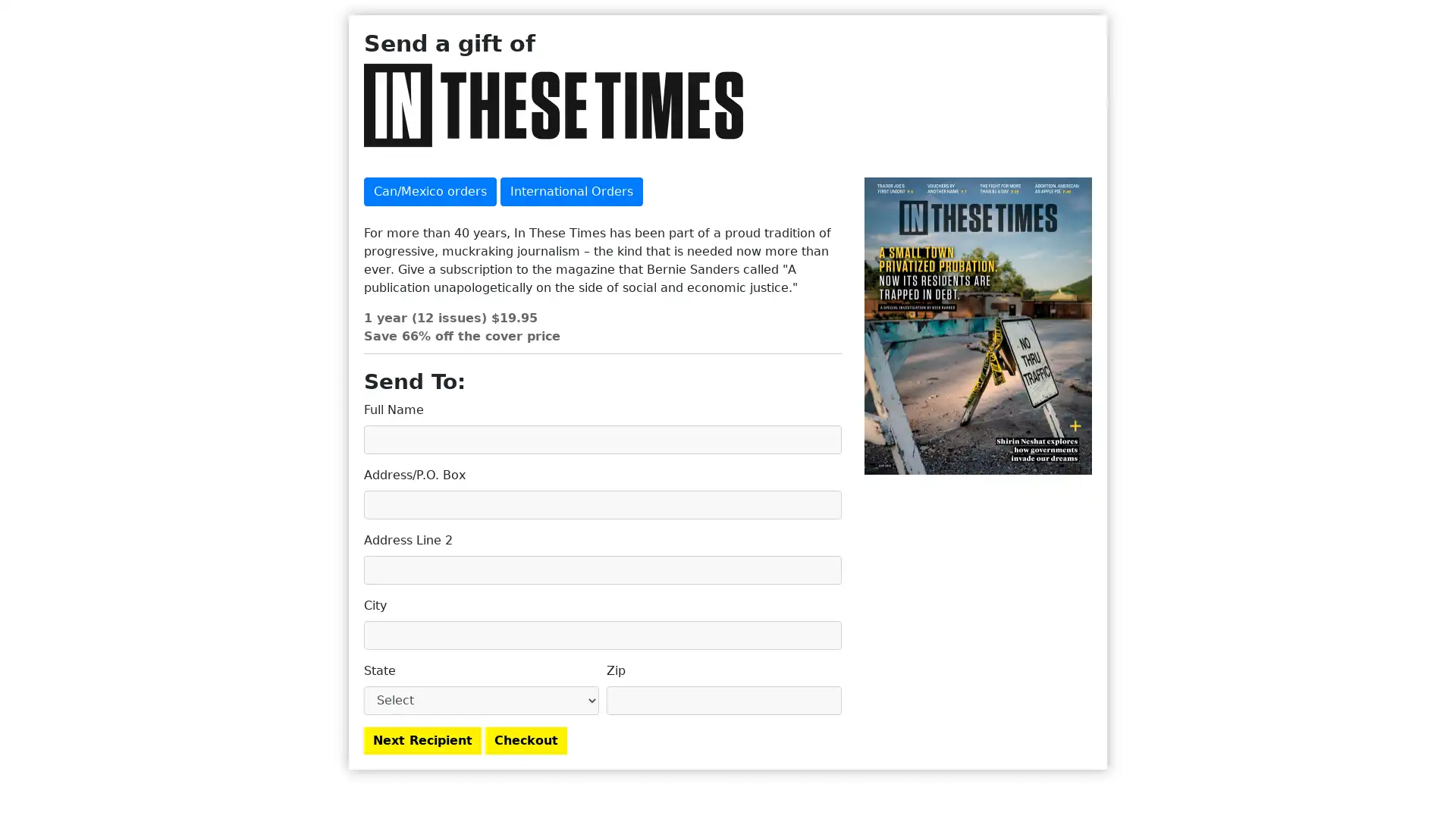 The width and height of the screenshot is (1456, 819). What do you see at coordinates (570, 191) in the screenshot?
I see `International Orders` at bounding box center [570, 191].